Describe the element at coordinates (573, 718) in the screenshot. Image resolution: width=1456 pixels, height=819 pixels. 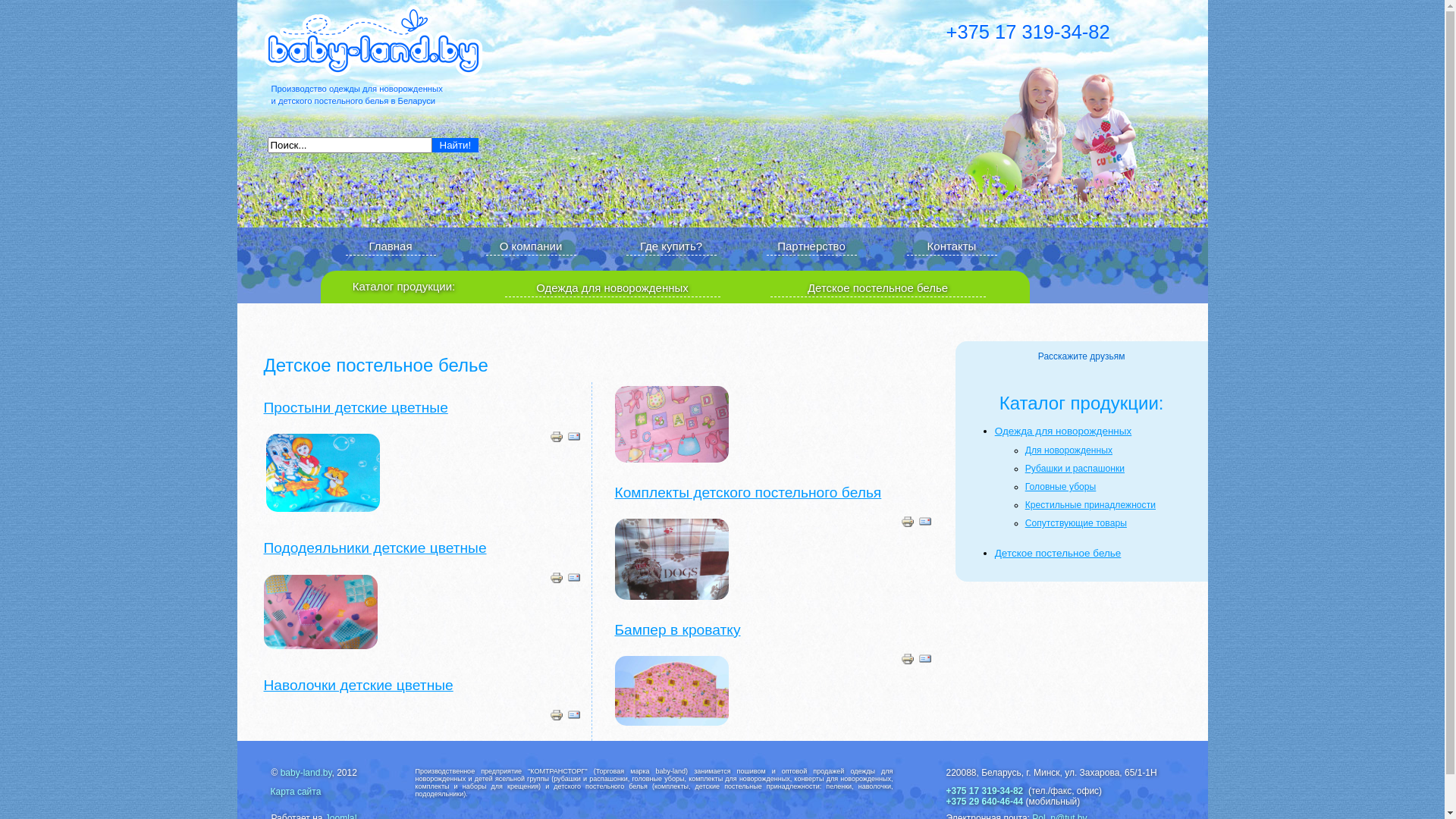
I see `'E-mail'` at that location.